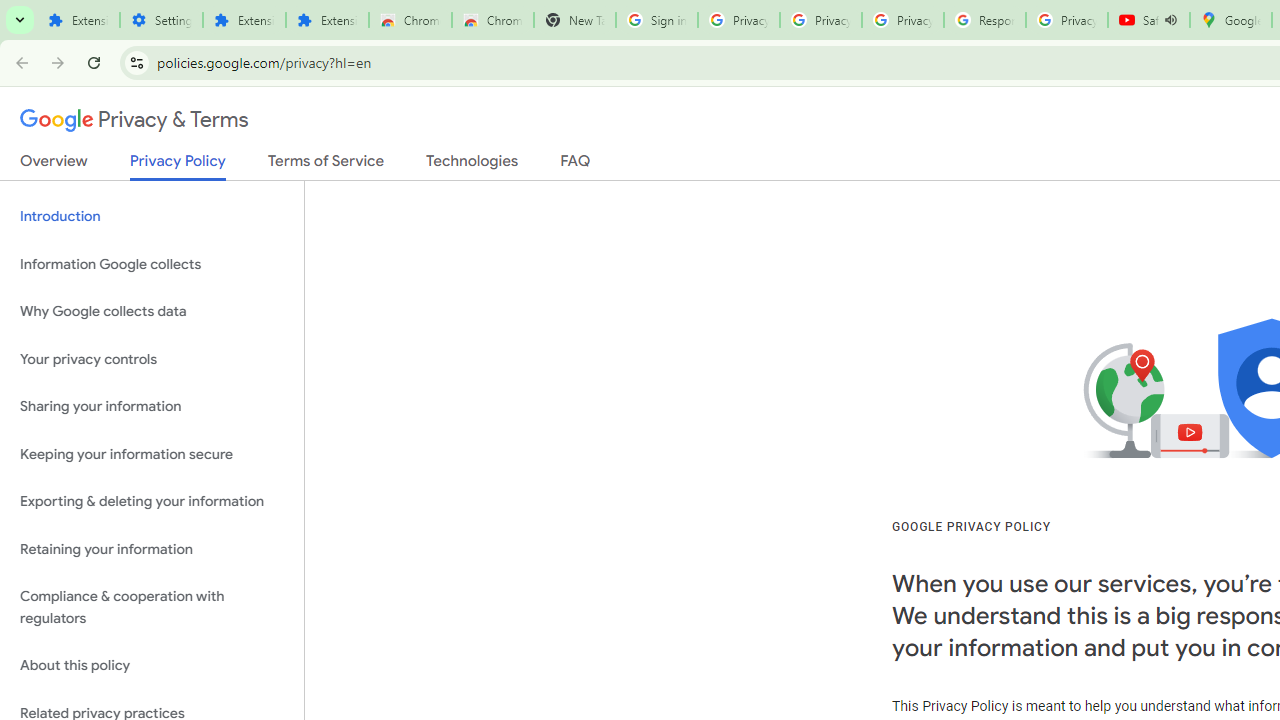 Image resolution: width=1280 pixels, height=720 pixels. What do you see at coordinates (151, 358) in the screenshot?
I see `'Your privacy controls'` at bounding box center [151, 358].